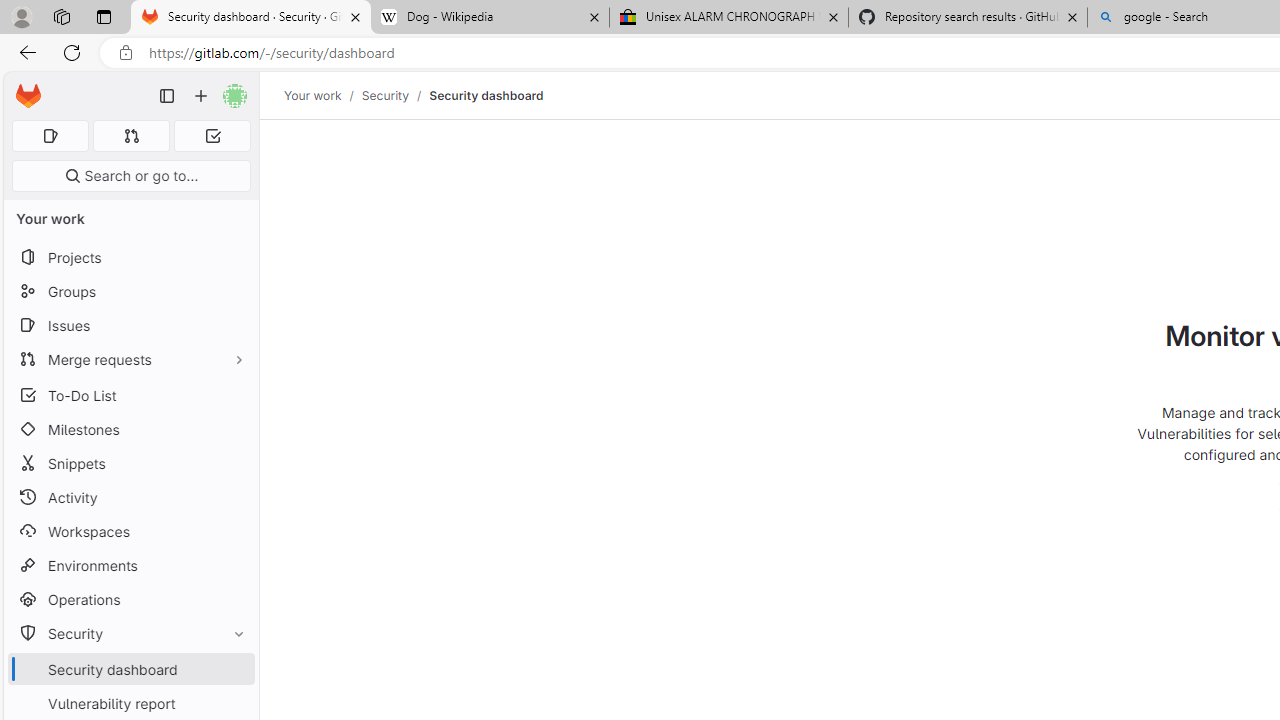 This screenshot has height=720, width=1280. Describe the element at coordinates (130, 135) in the screenshot. I see `'Merge requests 0'` at that location.